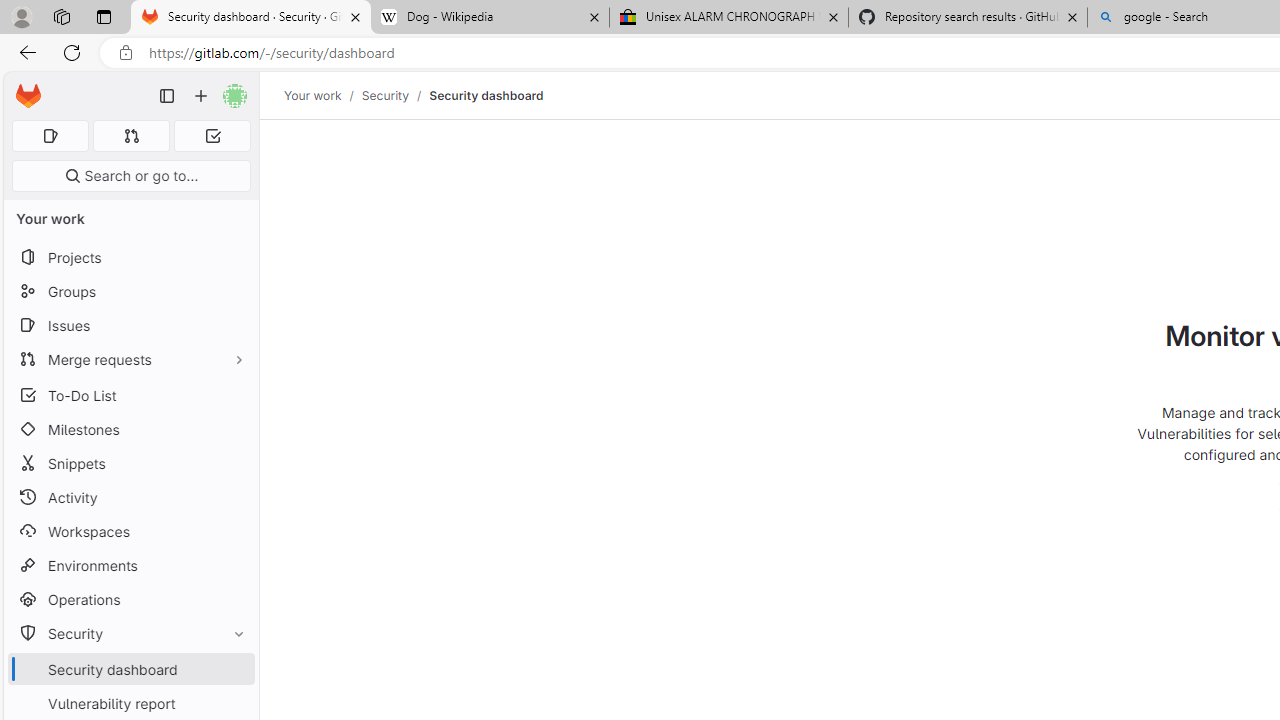 This screenshot has height=720, width=1280. Describe the element at coordinates (130, 135) in the screenshot. I see `'Merge requests 0'` at that location.